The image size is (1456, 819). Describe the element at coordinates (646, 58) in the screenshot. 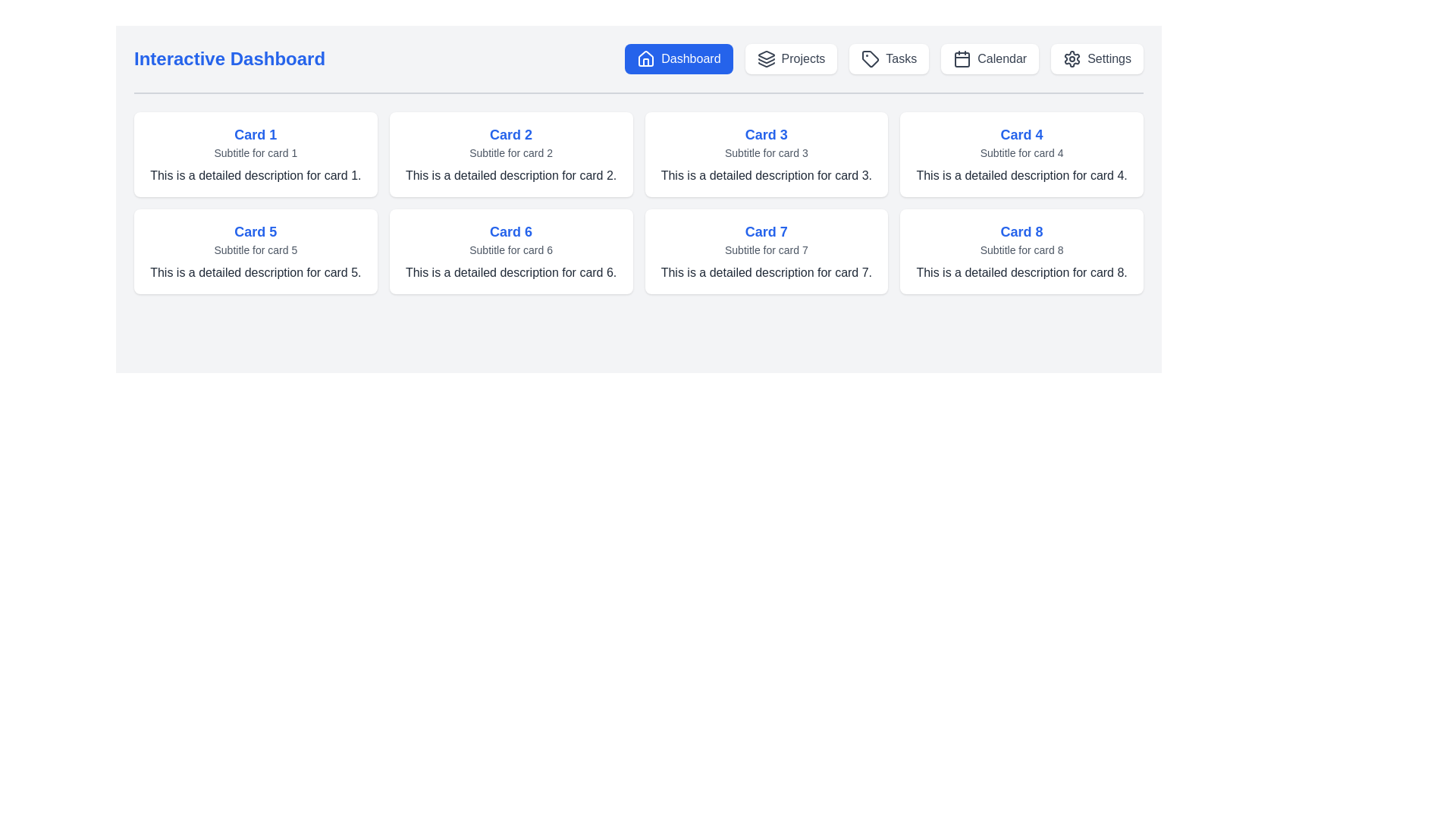

I see `the 'Dashboard' icon in the navigation bar` at that location.